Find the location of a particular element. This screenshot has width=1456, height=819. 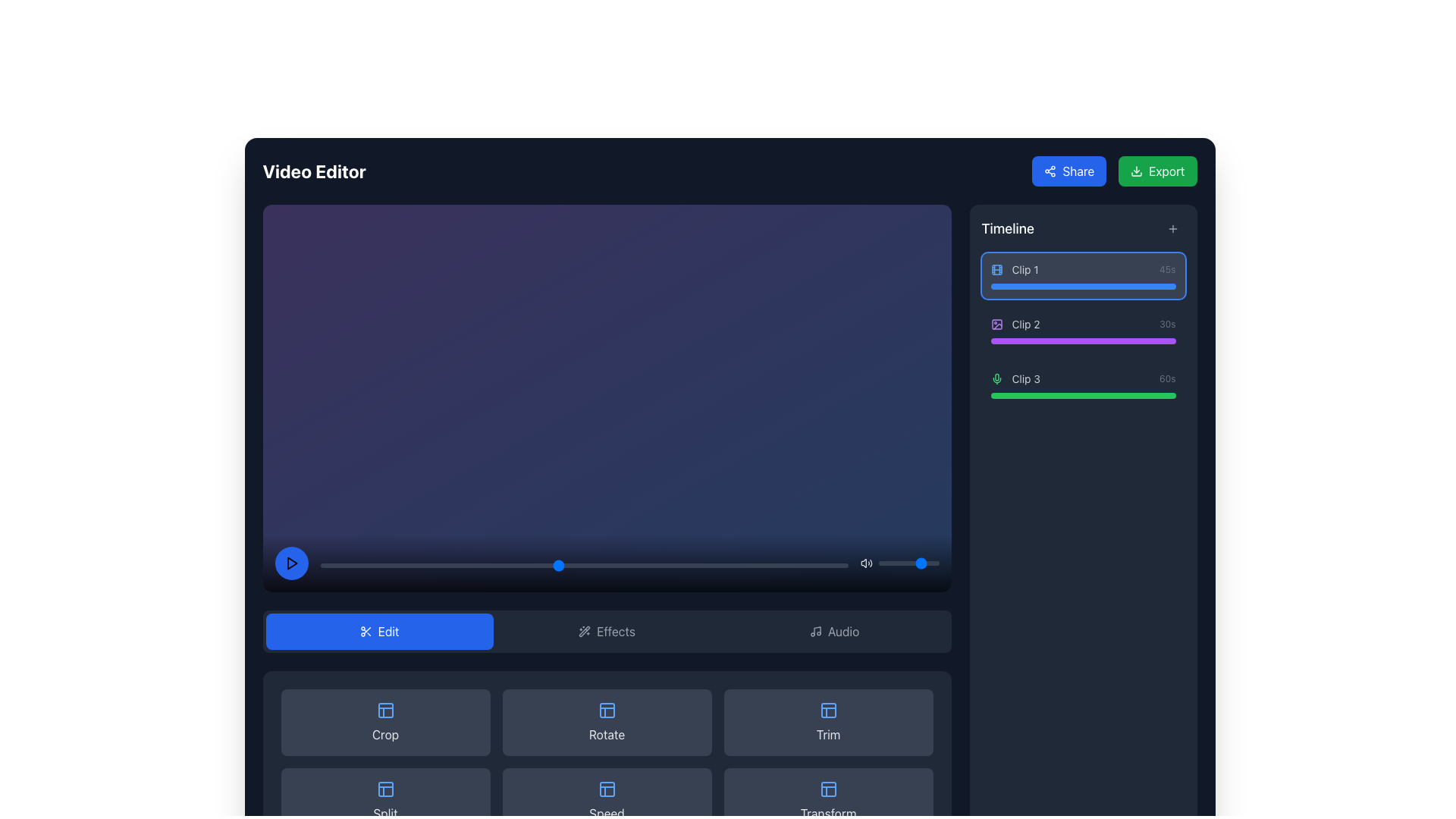

the slider value is located at coordinates (886, 563).